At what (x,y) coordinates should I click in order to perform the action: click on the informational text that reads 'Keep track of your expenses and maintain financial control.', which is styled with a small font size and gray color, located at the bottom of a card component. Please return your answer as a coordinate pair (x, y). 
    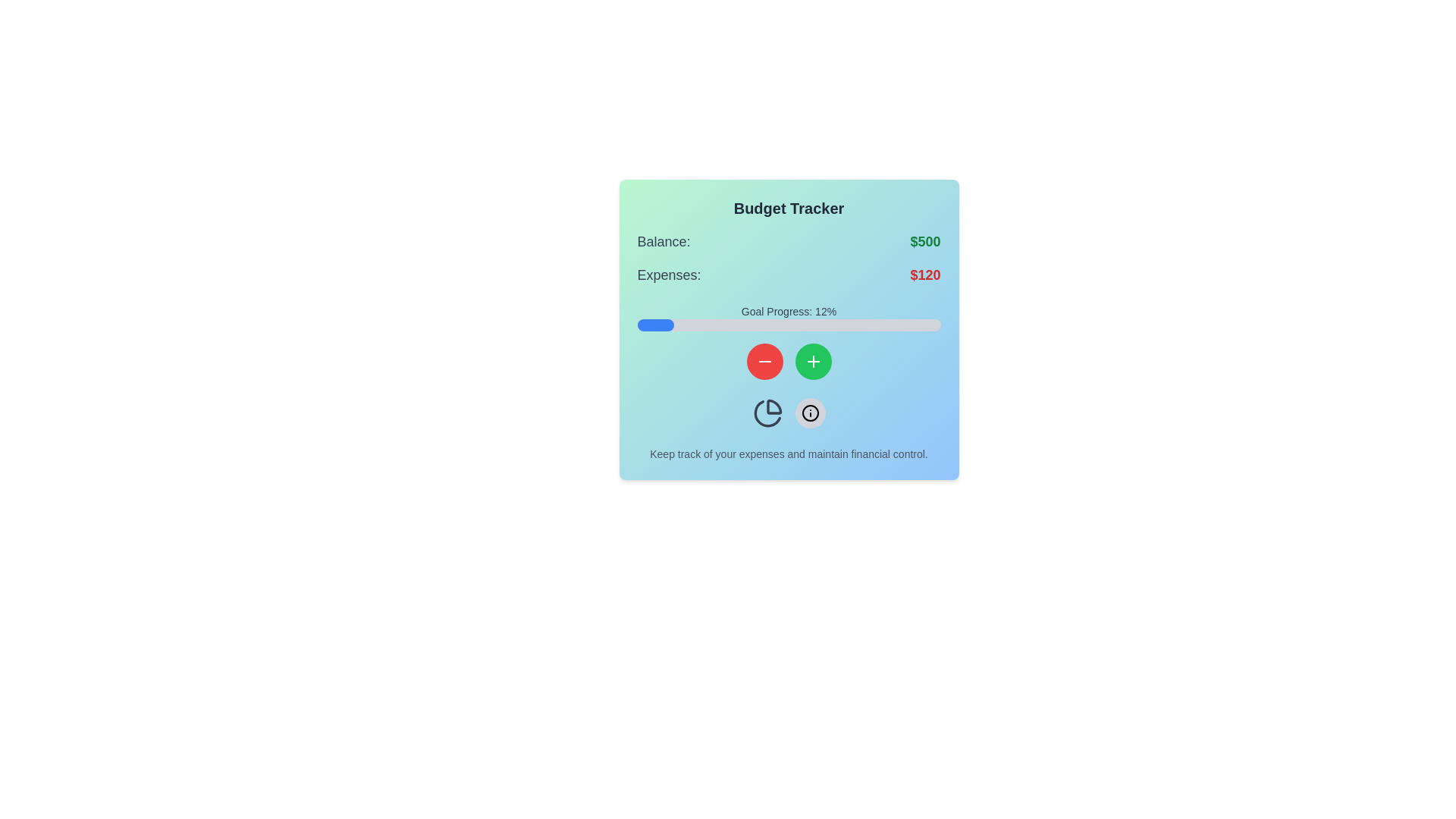
    Looking at the image, I should click on (789, 453).